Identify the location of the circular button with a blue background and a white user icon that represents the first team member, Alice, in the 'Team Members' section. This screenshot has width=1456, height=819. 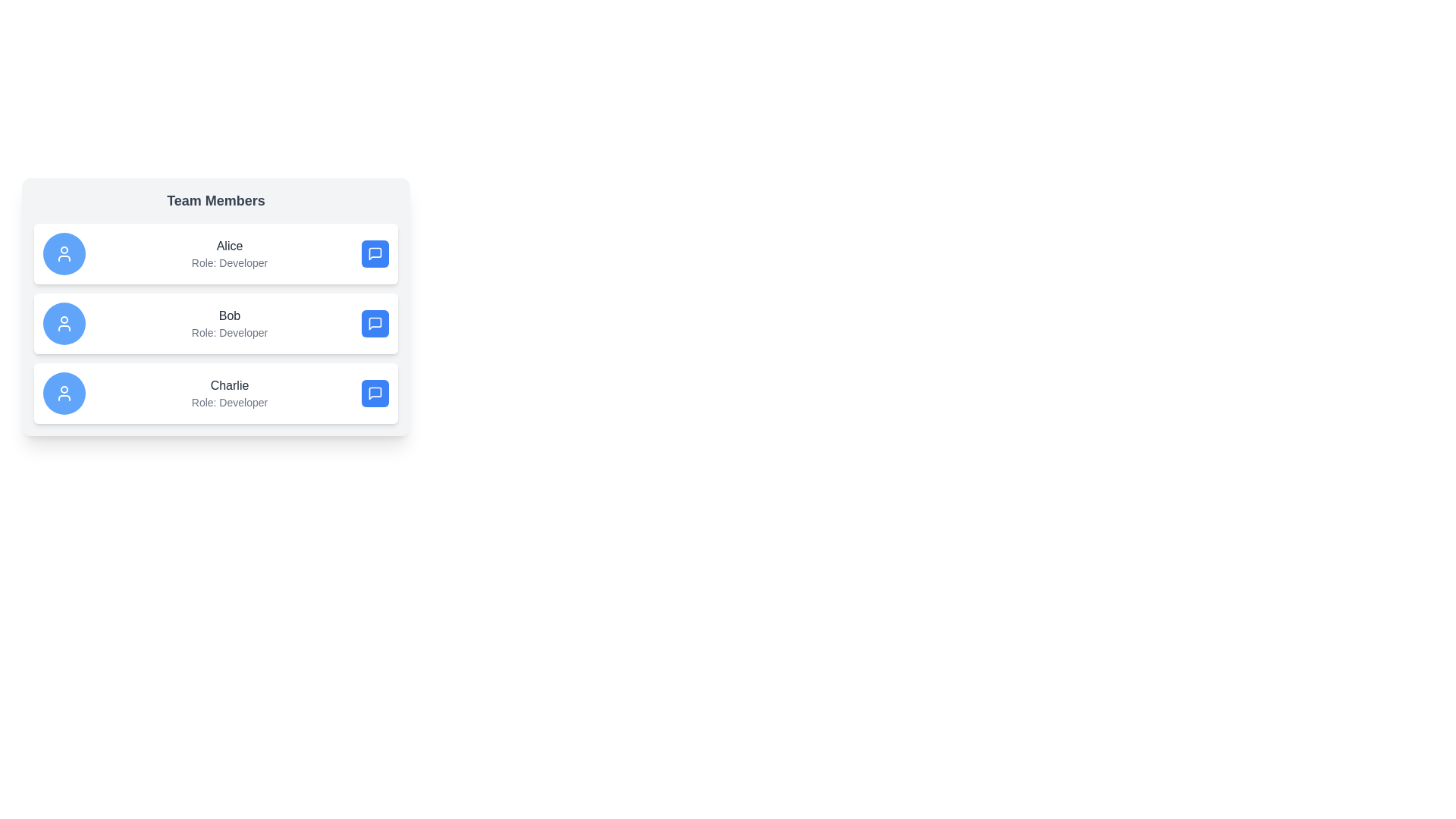
(64, 253).